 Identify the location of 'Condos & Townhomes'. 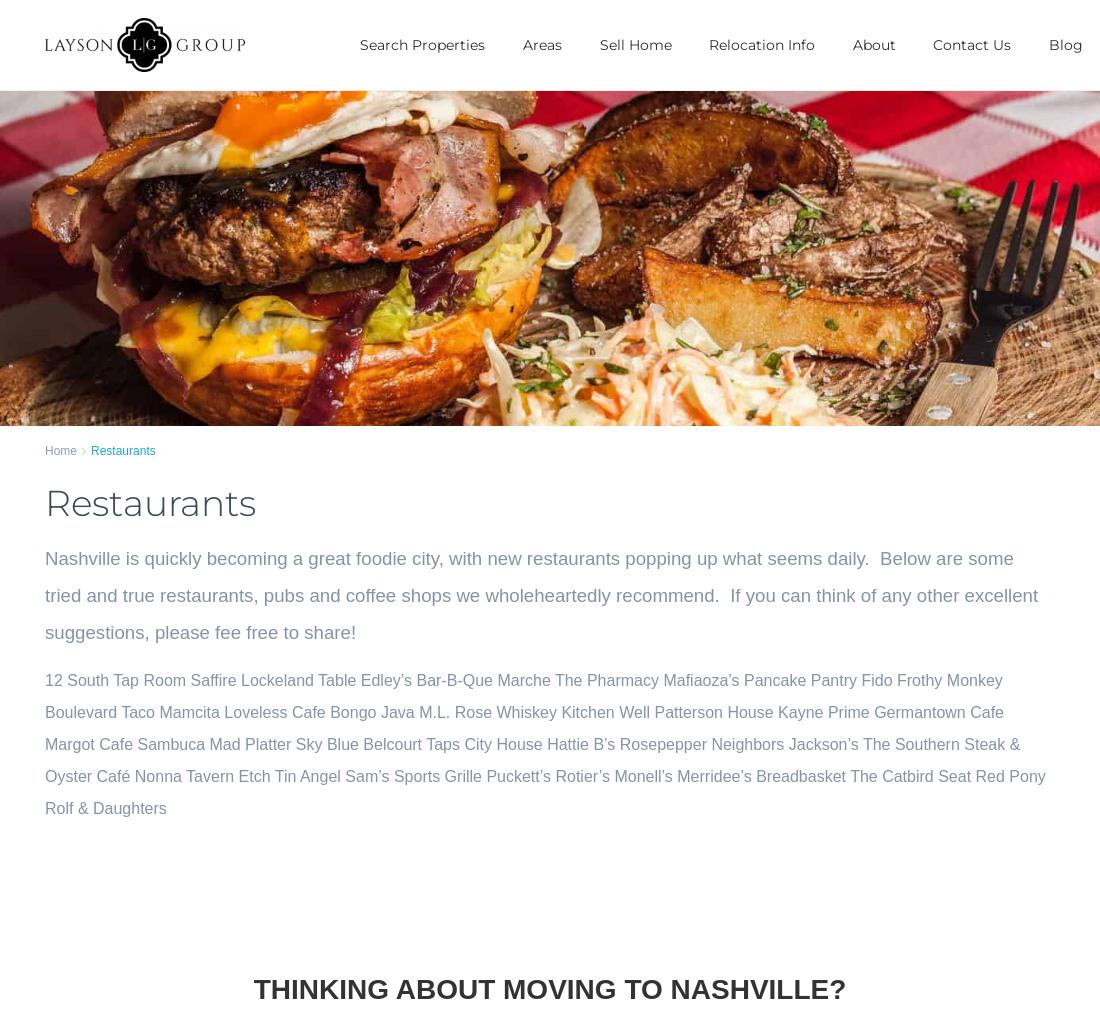
(360, 166).